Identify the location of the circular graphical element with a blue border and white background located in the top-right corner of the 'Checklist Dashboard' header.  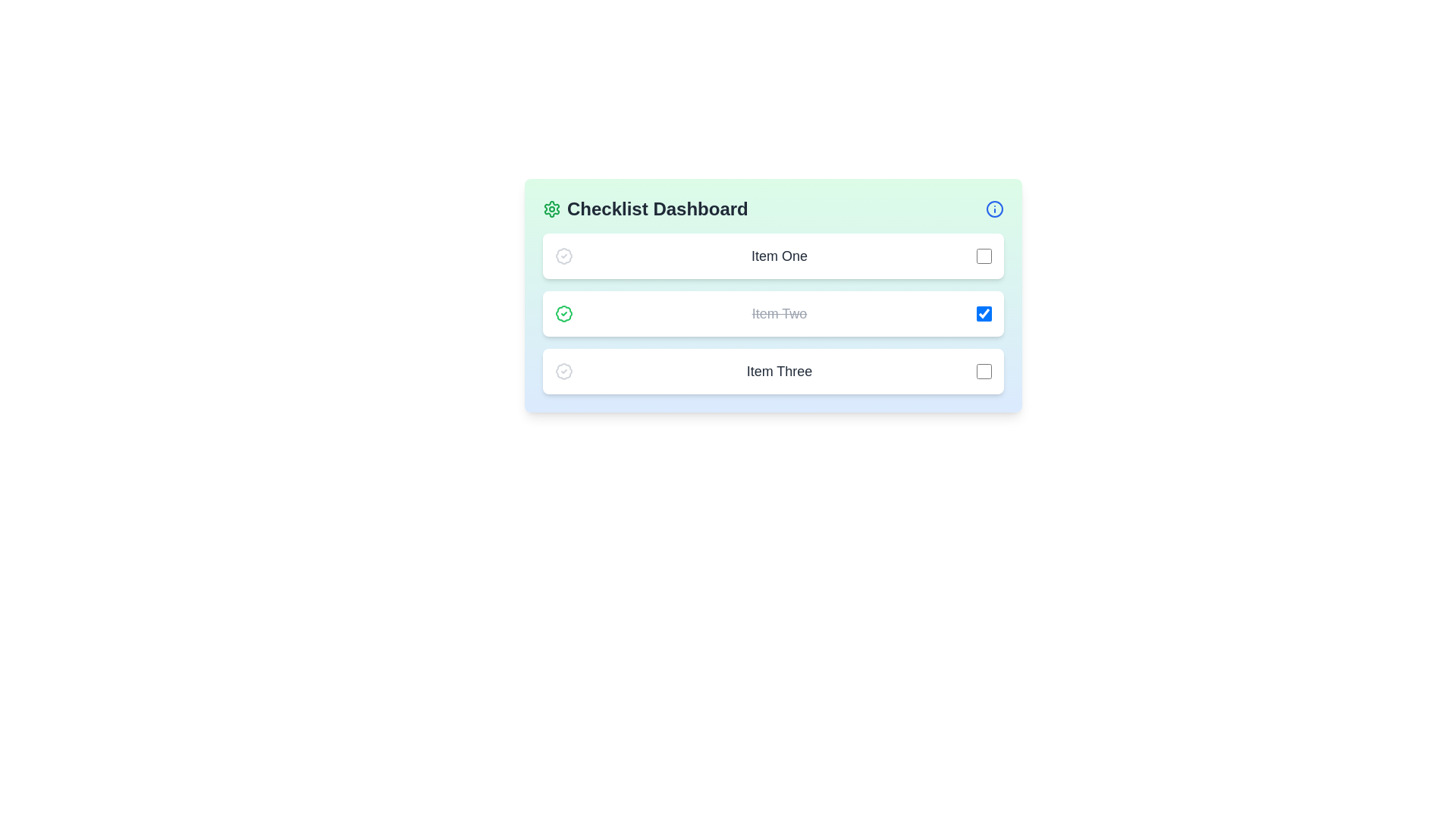
(994, 209).